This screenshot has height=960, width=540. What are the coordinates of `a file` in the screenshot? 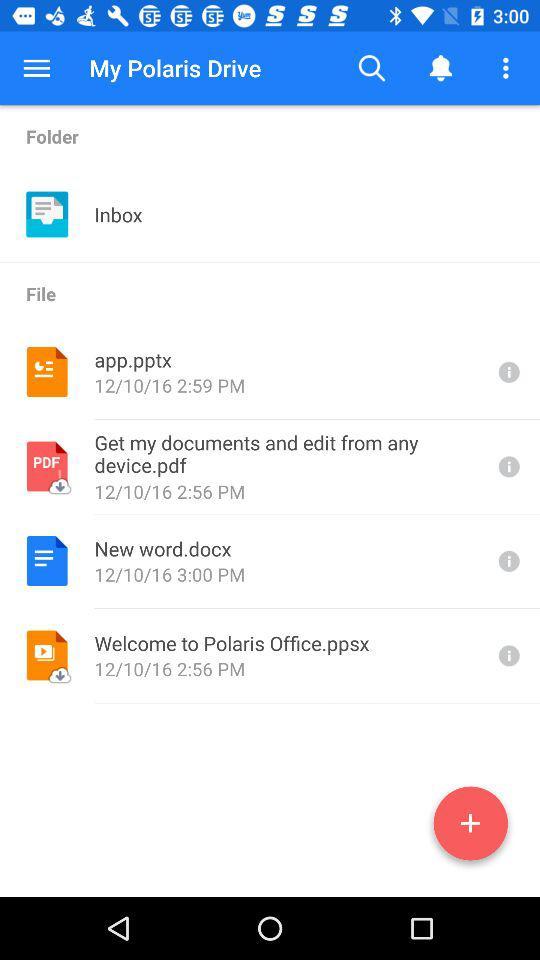 It's located at (470, 827).